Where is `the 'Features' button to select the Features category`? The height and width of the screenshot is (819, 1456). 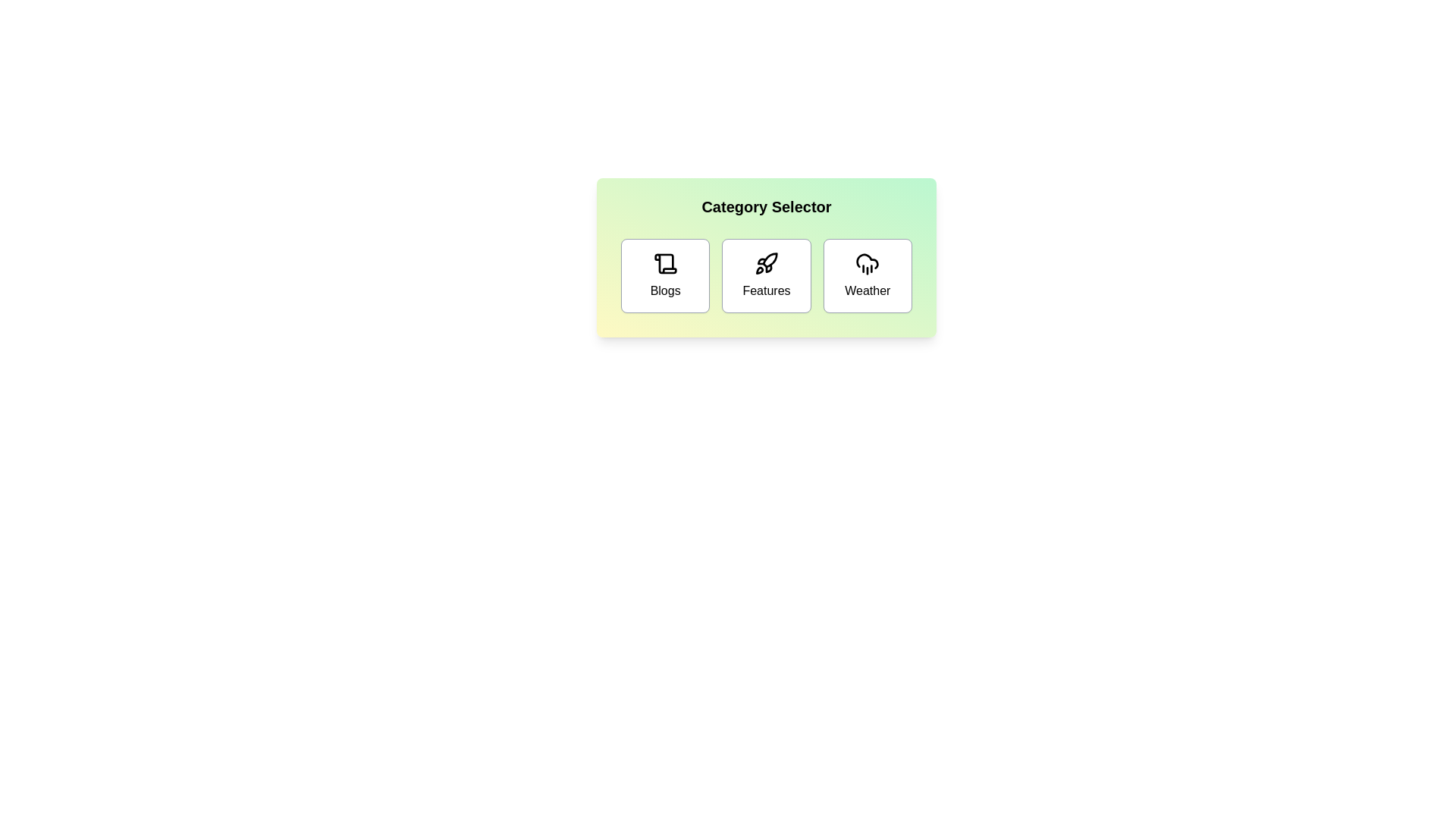 the 'Features' button to select the Features category is located at coordinates (765, 275).